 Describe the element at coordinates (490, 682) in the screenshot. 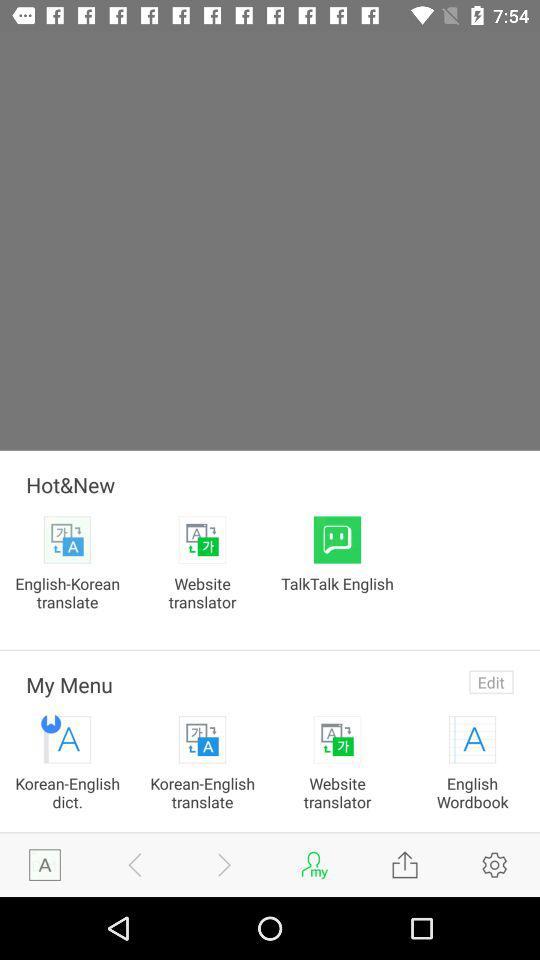

I see `the item to the right of my menu` at that location.